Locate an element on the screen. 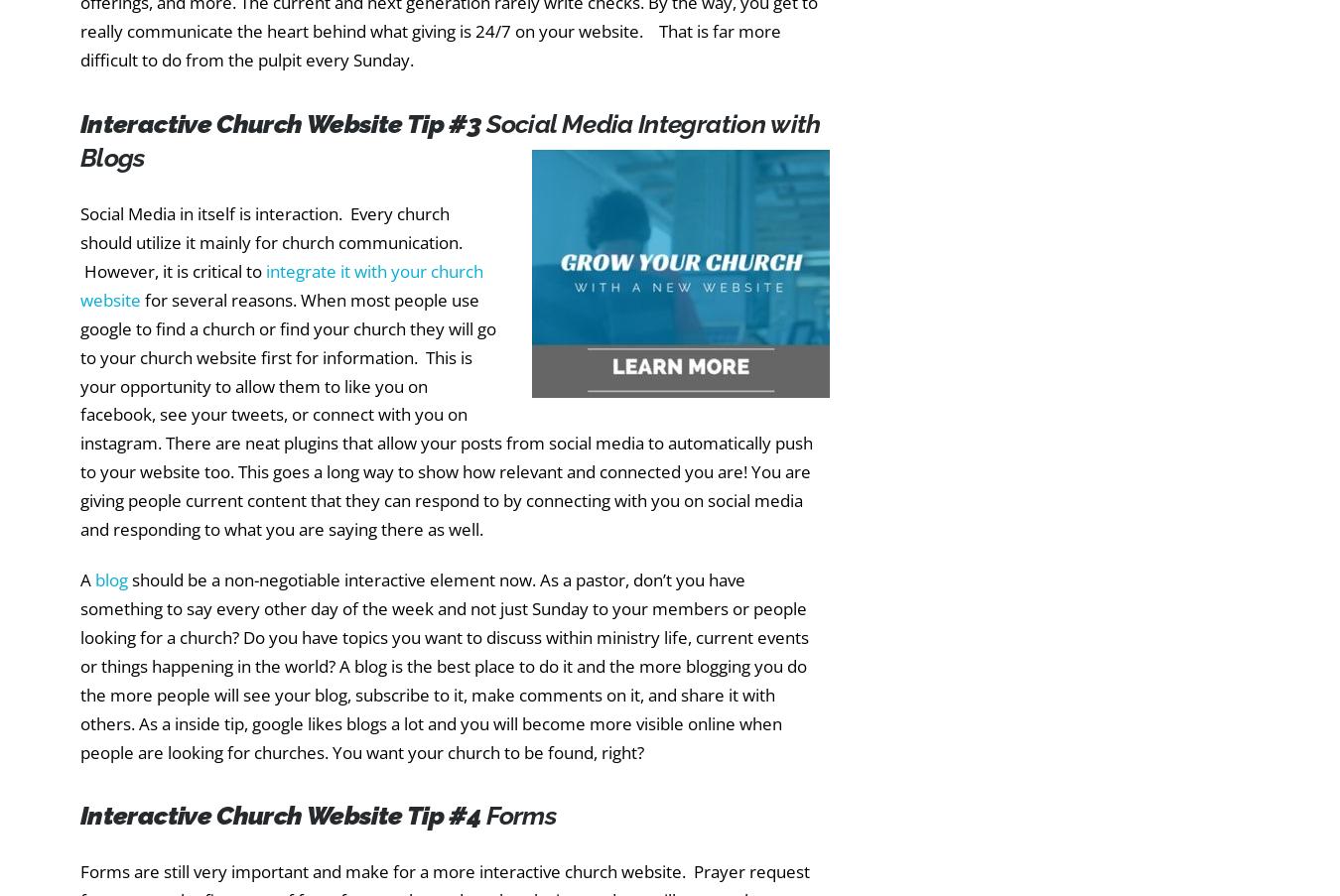 The width and height of the screenshot is (1340, 896). 'Social Media in itself is interaction.  Every church should utilize it mainly for church communication.  However, it is critical to' is located at coordinates (270, 242).